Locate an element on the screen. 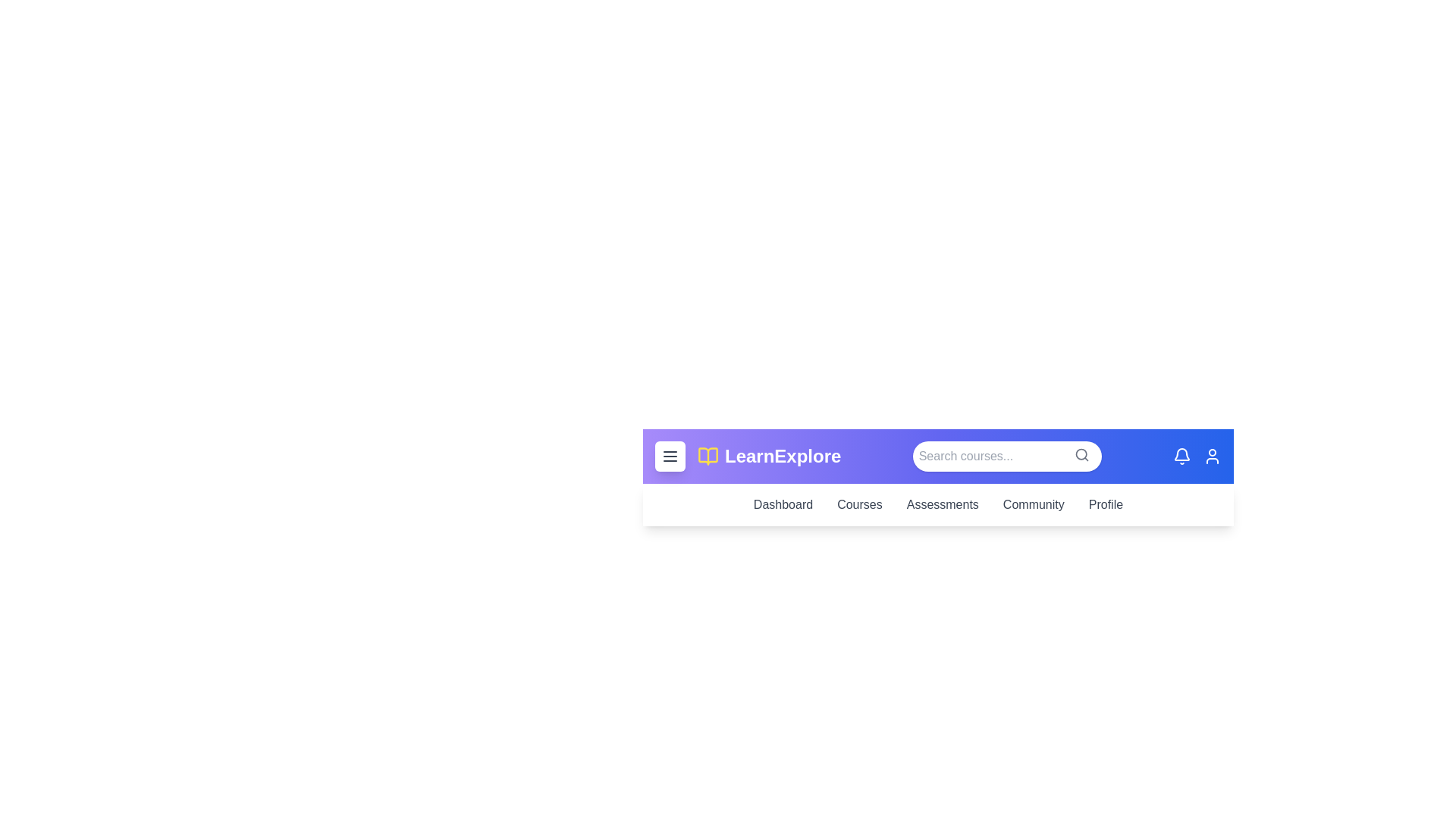 This screenshot has width=1456, height=819. the Courses link in the navigation bar to navigate to the corresponding section is located at coordinates (858, 505).